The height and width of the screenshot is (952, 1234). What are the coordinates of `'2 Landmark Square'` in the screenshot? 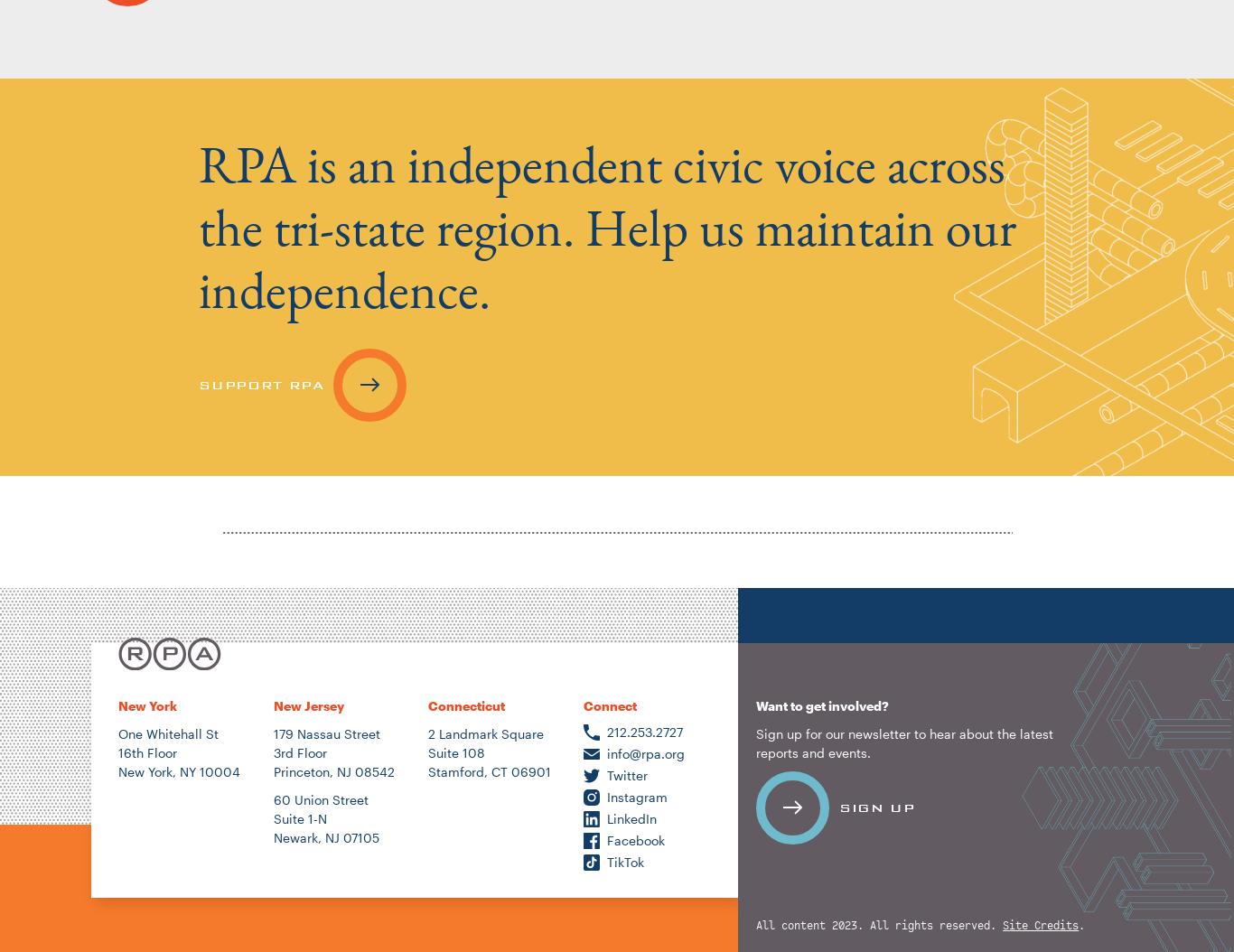 It's located at (486, 732).